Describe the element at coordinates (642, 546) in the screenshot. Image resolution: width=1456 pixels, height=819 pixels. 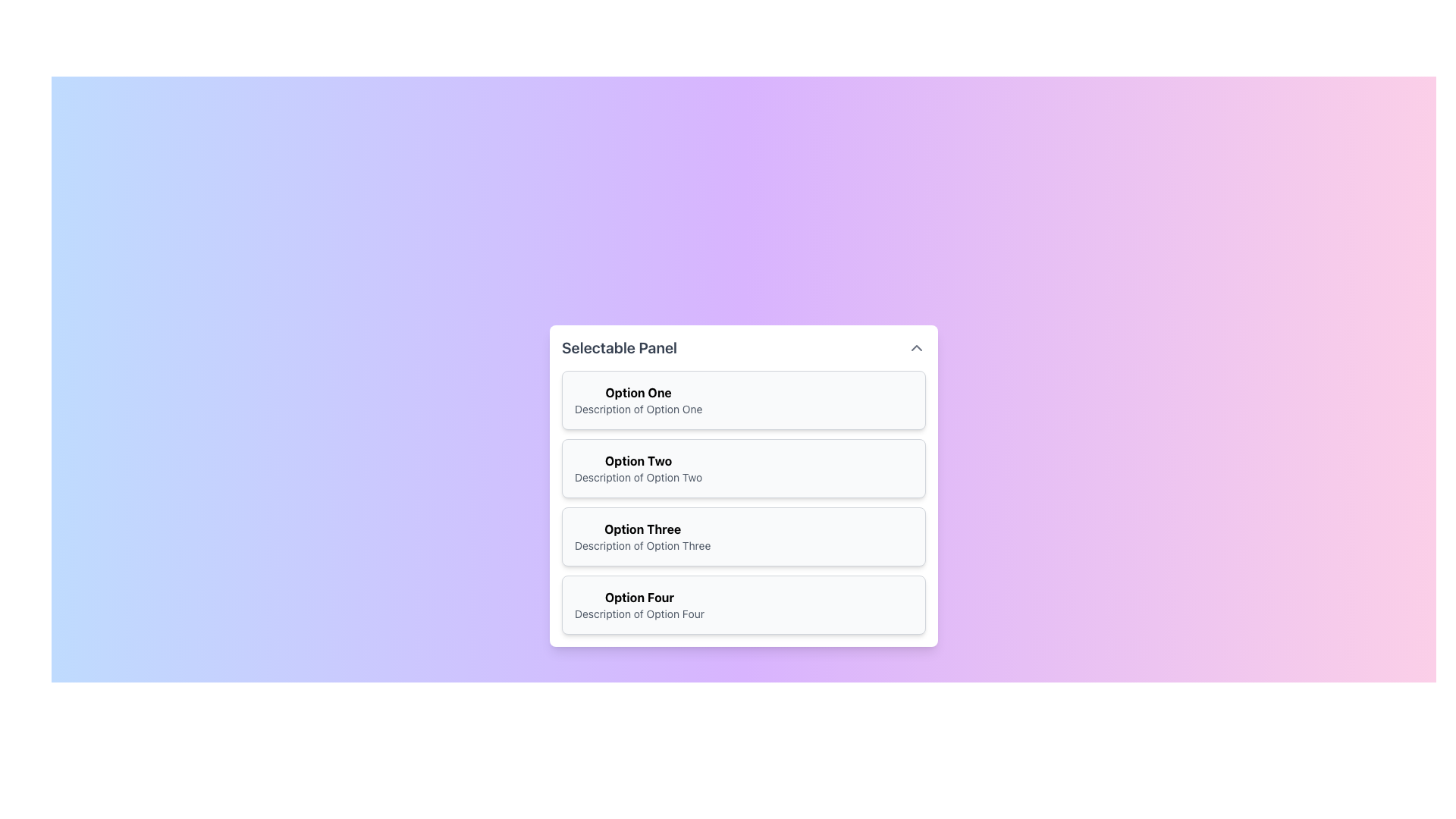
I see `the Text Label that provides additional descriptive information about 'Option Three', located beneath the title 'Option Three' within the selectable panel` at that location.